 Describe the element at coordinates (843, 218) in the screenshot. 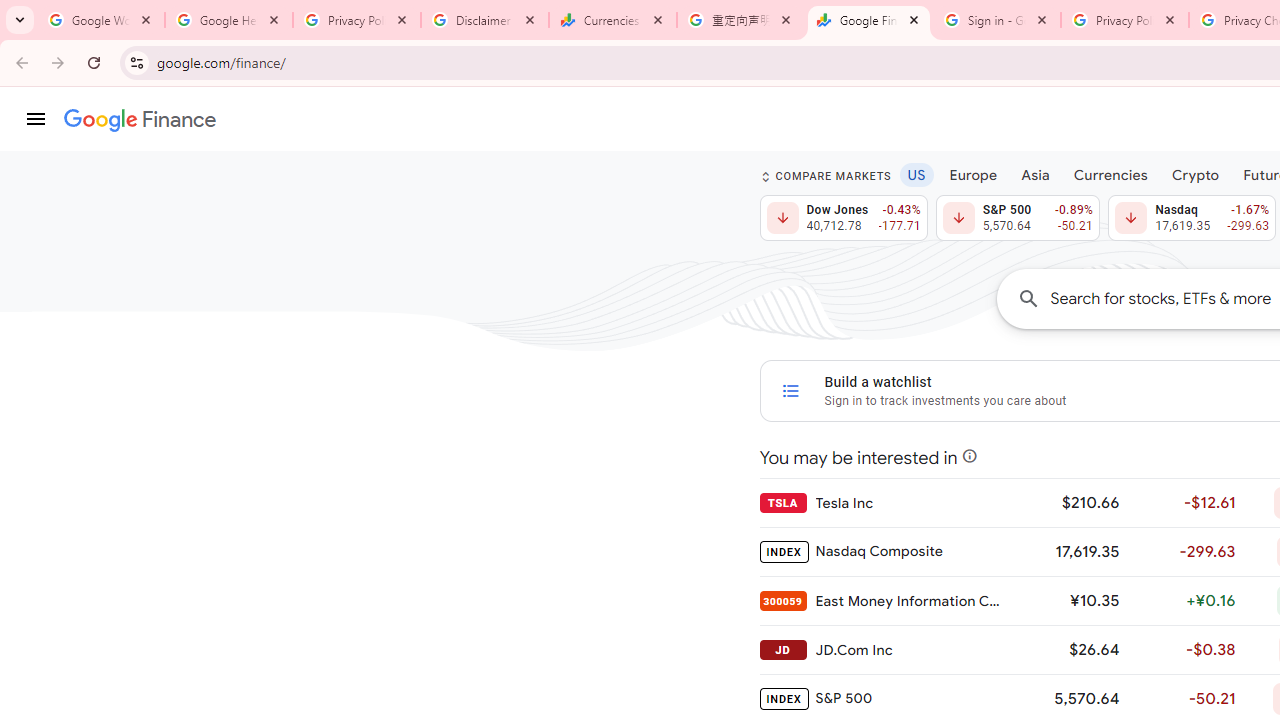

I see `'Dow Jones 40,712.78 Down by 0.43% -177.71'` at that location.